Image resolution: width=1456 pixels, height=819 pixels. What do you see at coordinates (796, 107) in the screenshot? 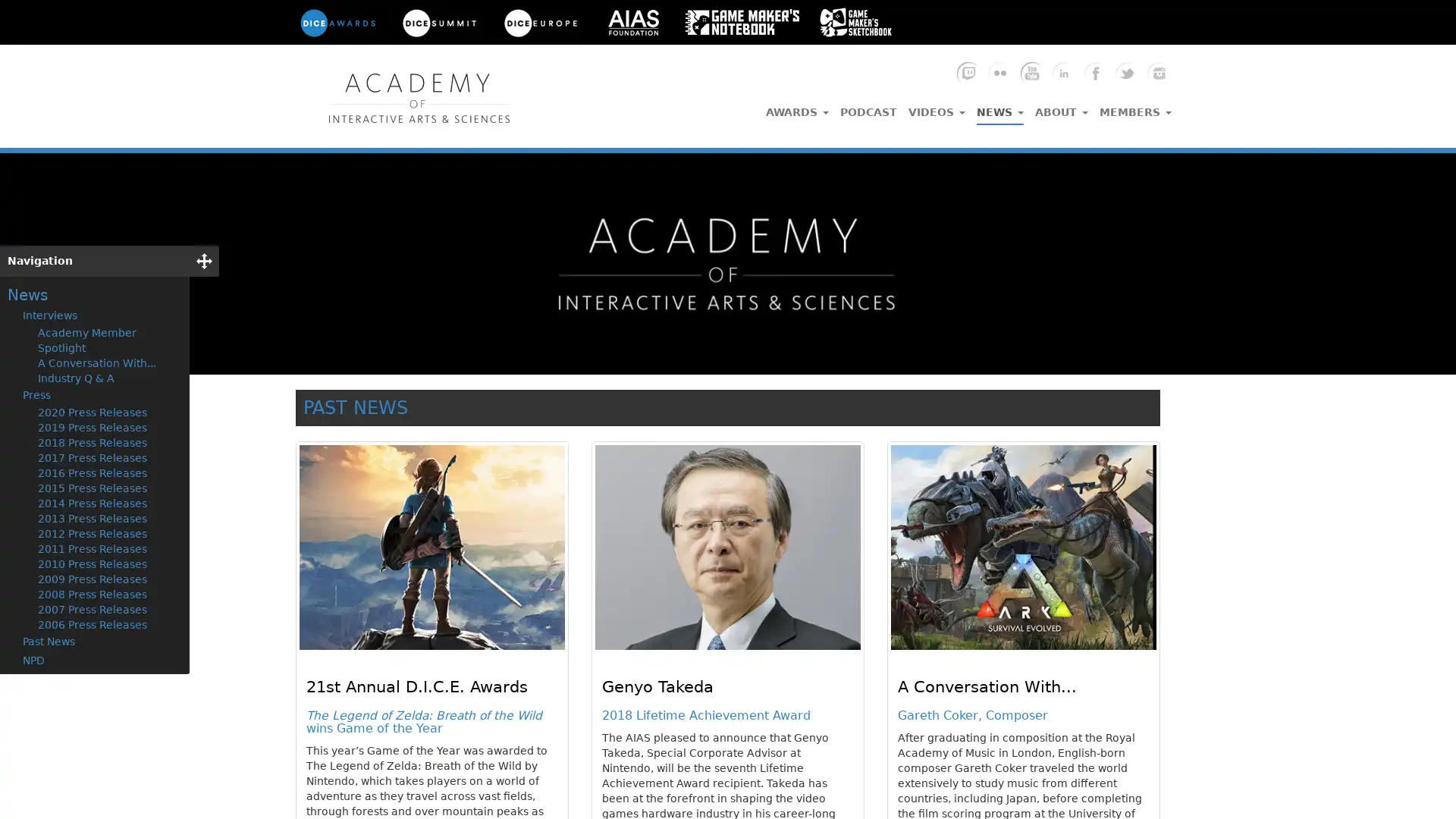
I see `AWARDS` at bounding box center [796, 107].